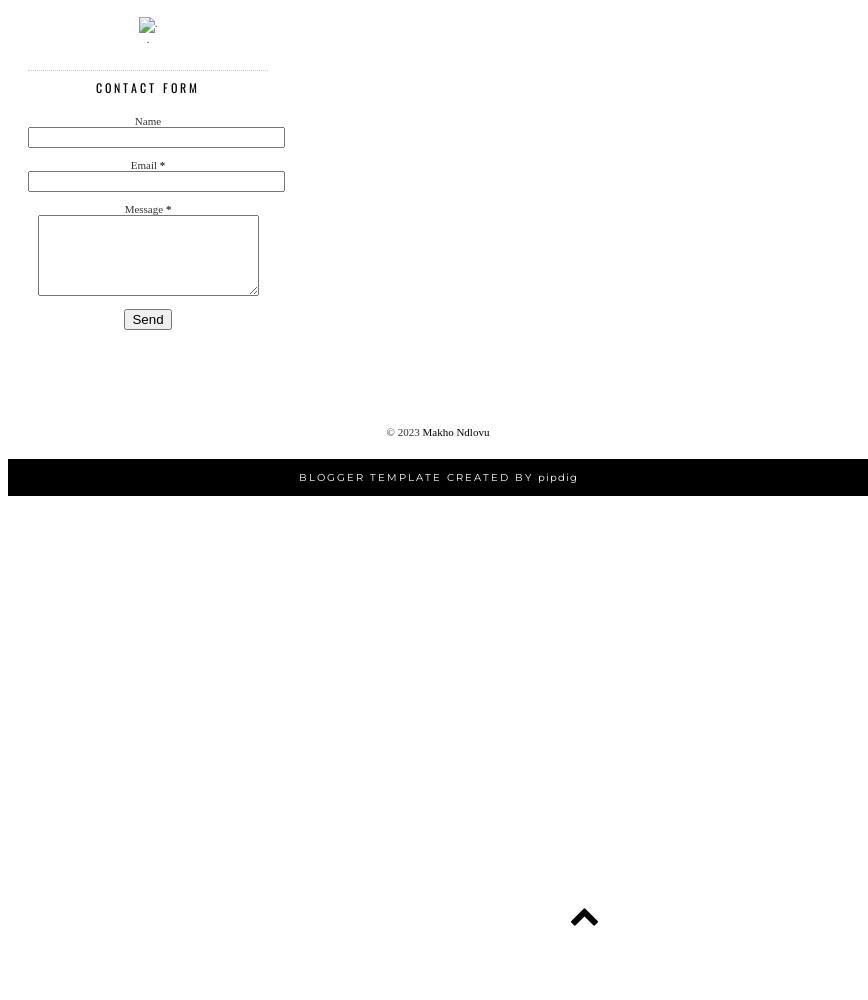 The width and height of the screenshot is (868, 1000). Describe the element at coordinates (409, 432) in the screenshot. I see `'2023'` at that location.